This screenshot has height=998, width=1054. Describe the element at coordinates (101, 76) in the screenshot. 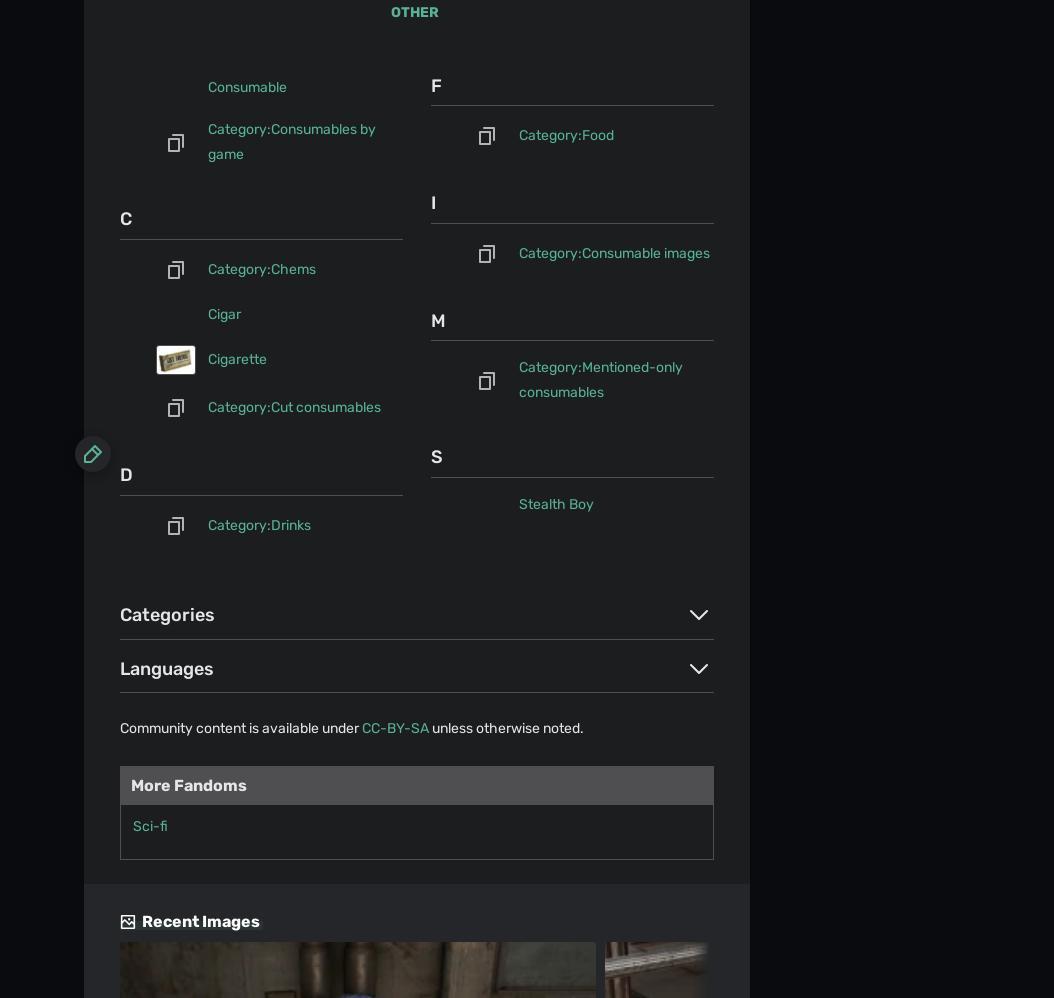

I see `'About'` at that location.